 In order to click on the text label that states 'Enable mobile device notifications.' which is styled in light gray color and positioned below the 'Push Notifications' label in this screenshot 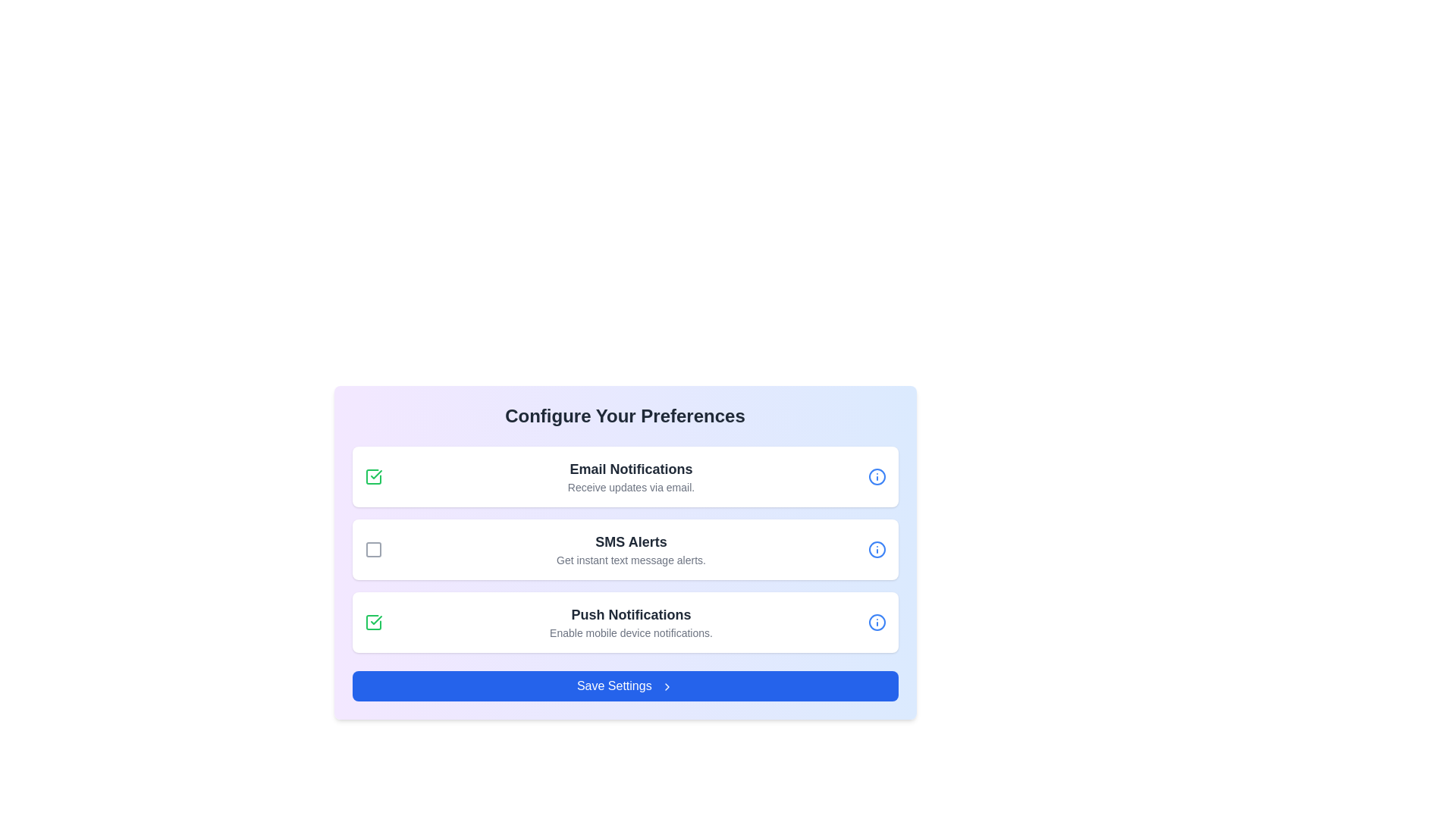, I will do `click(631, 632)`.